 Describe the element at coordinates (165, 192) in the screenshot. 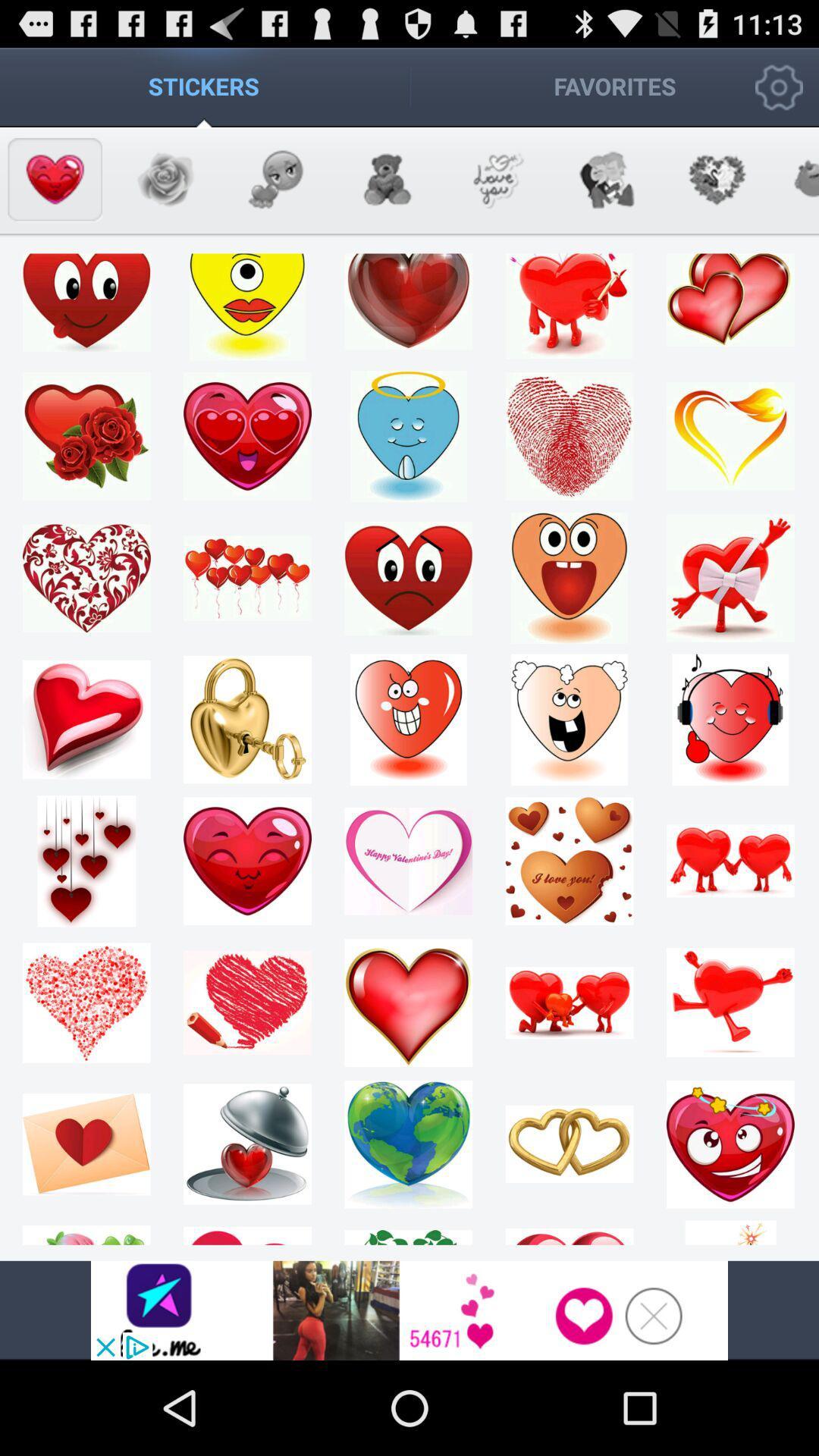

I see `the emoji icon` at that location.